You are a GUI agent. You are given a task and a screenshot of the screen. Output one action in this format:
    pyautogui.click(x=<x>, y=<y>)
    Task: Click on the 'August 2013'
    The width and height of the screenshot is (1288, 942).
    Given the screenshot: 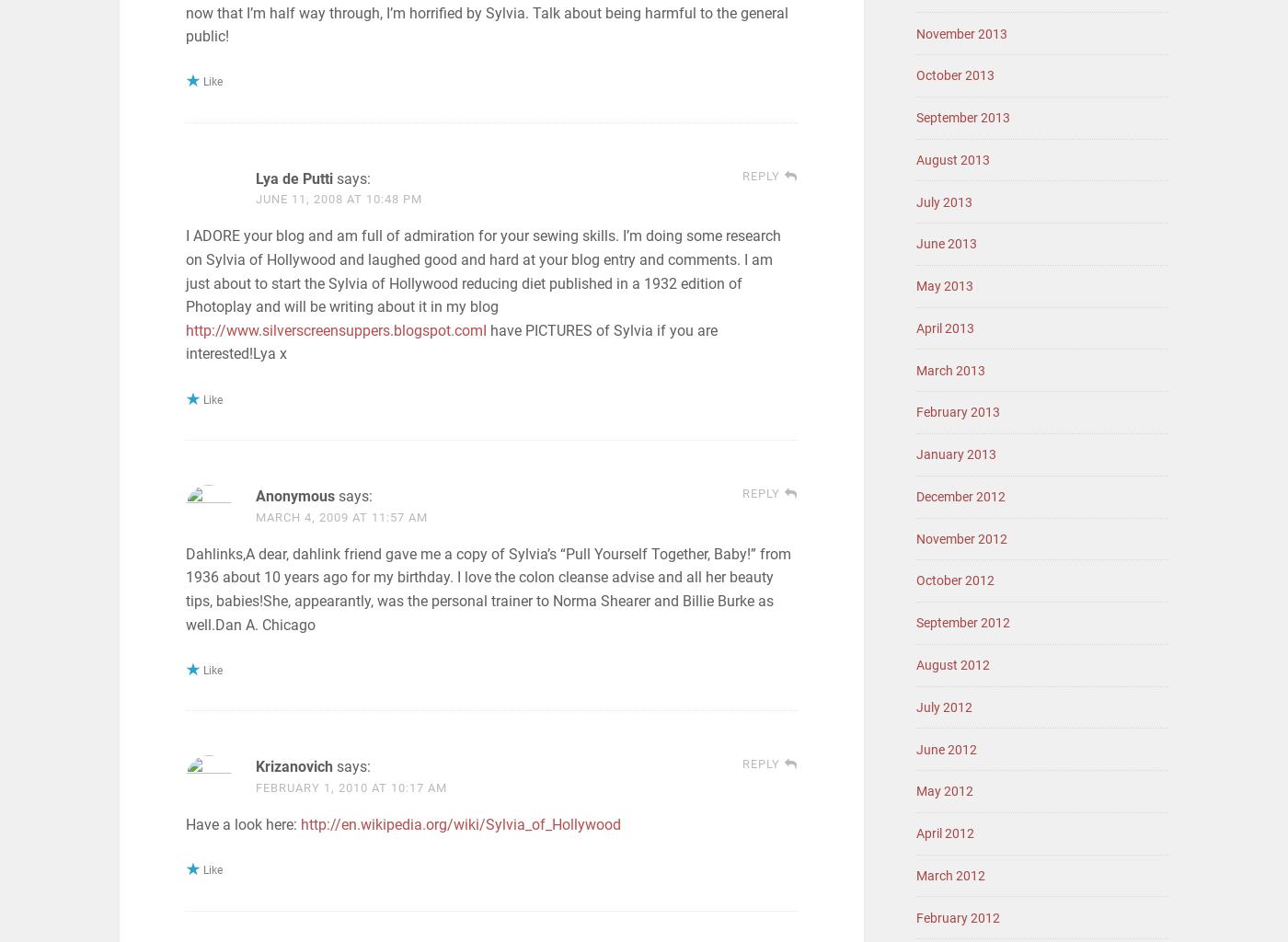 What is the action you would take?
    pyautogui.click(x=953, y=158)
    